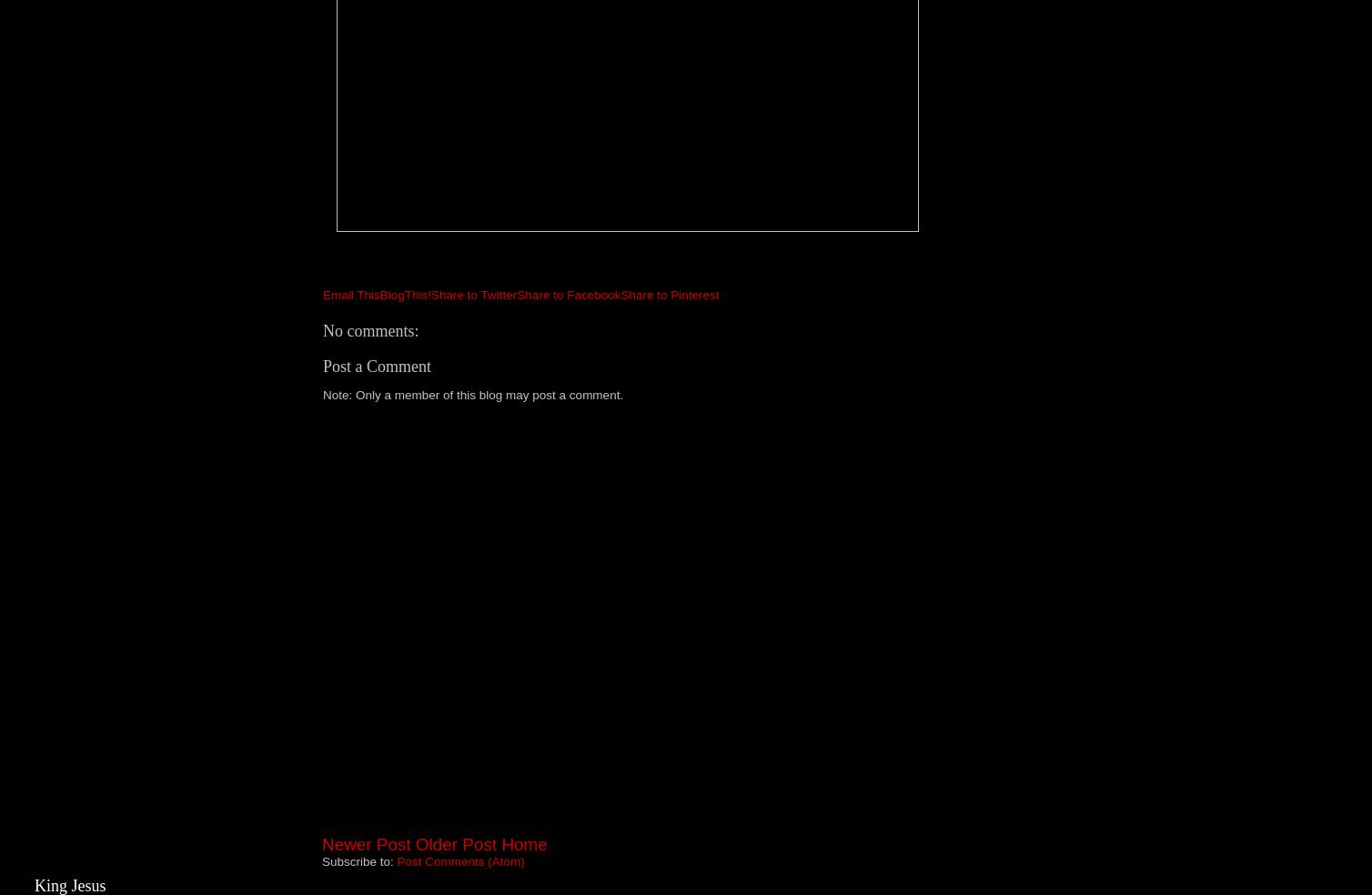 This screenshot has height=895, width=1372. What do you see at coordinates (472, 395) in the screenshot?
I see `'Note: Only a member of this blog may post a comment.'` at bounding box center [472, 395].